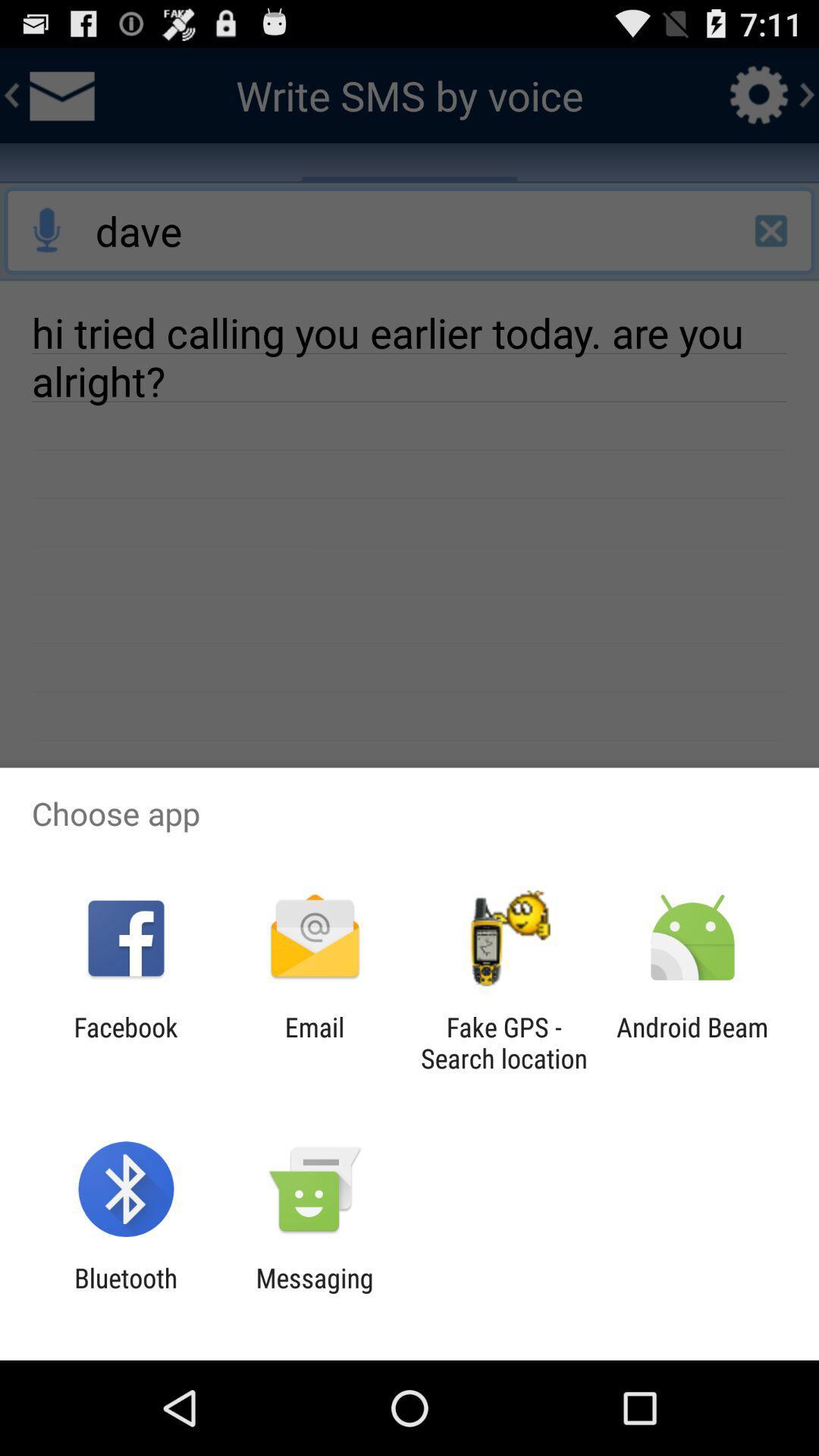 The width and height of the screenshot is (819, 1456). What do you see at coordinates (504, 1042) in the screenshot?
I see `the app to the left of the android beam app` at bounding box center [504, 1042].